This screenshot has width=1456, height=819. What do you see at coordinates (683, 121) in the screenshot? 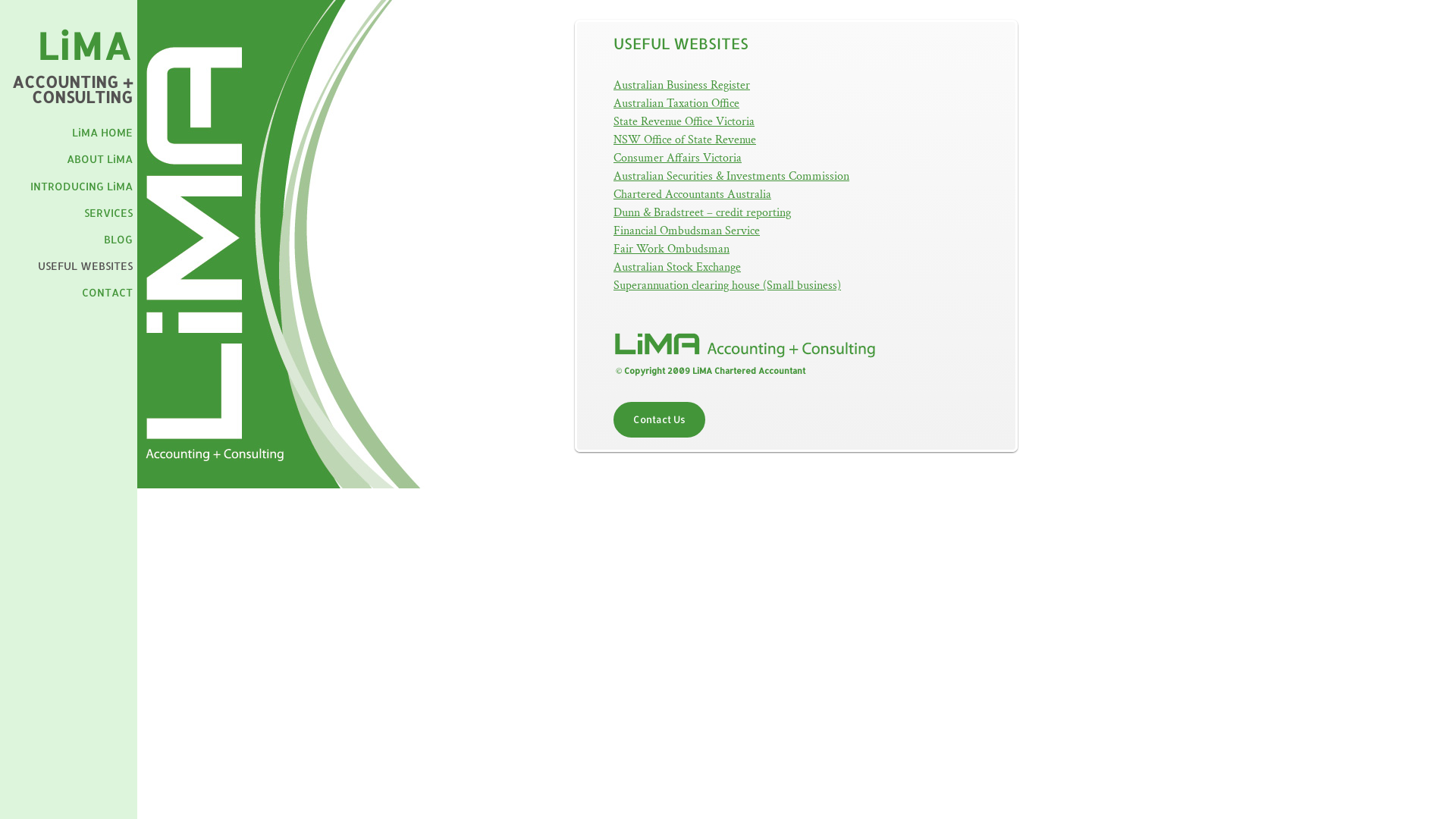
I see `'State Revenue Office Victoria'` at bounding box center [683, 121].